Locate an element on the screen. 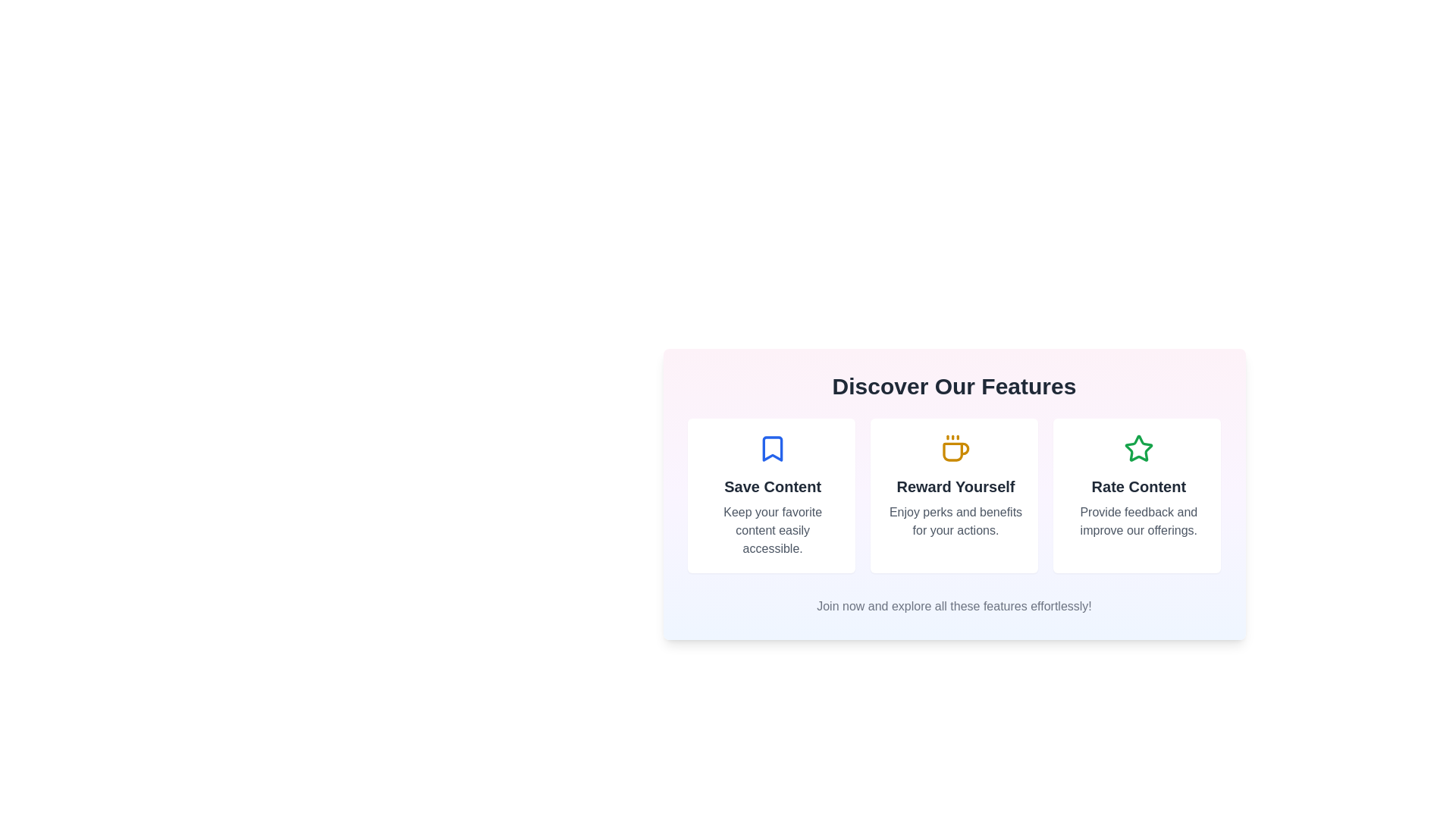 The height and width of the screenshot is (819, 1456). the 'Rate Content' text element, which is bold and dark gray, located below a green star icon in the third card of a horizontally arranged trio of feature cards is located at coordinates (1138, 486).